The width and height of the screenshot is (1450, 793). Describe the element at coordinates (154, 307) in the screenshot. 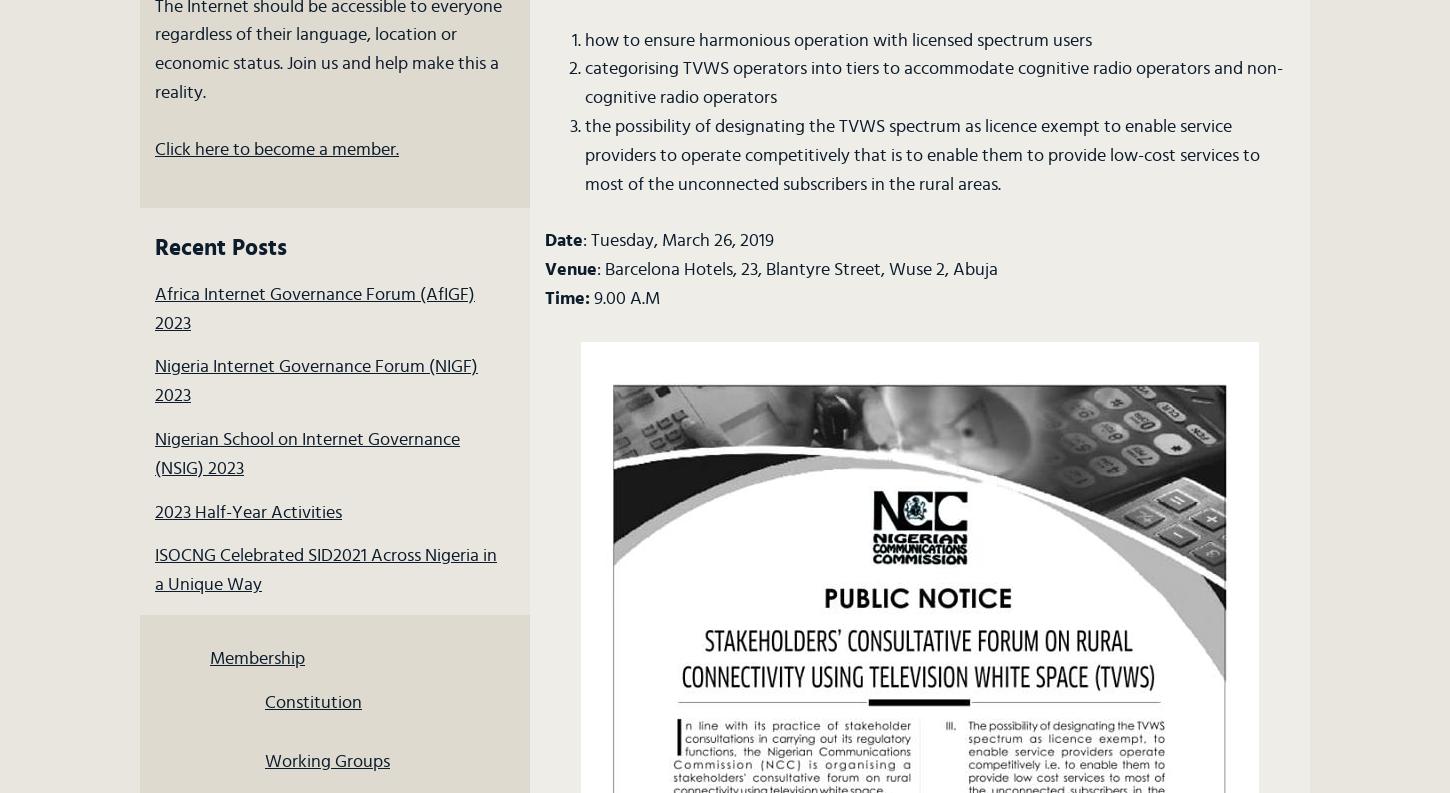

I see `'Africa Internet Governance Forum (AfIGF) 2023'` at that location.